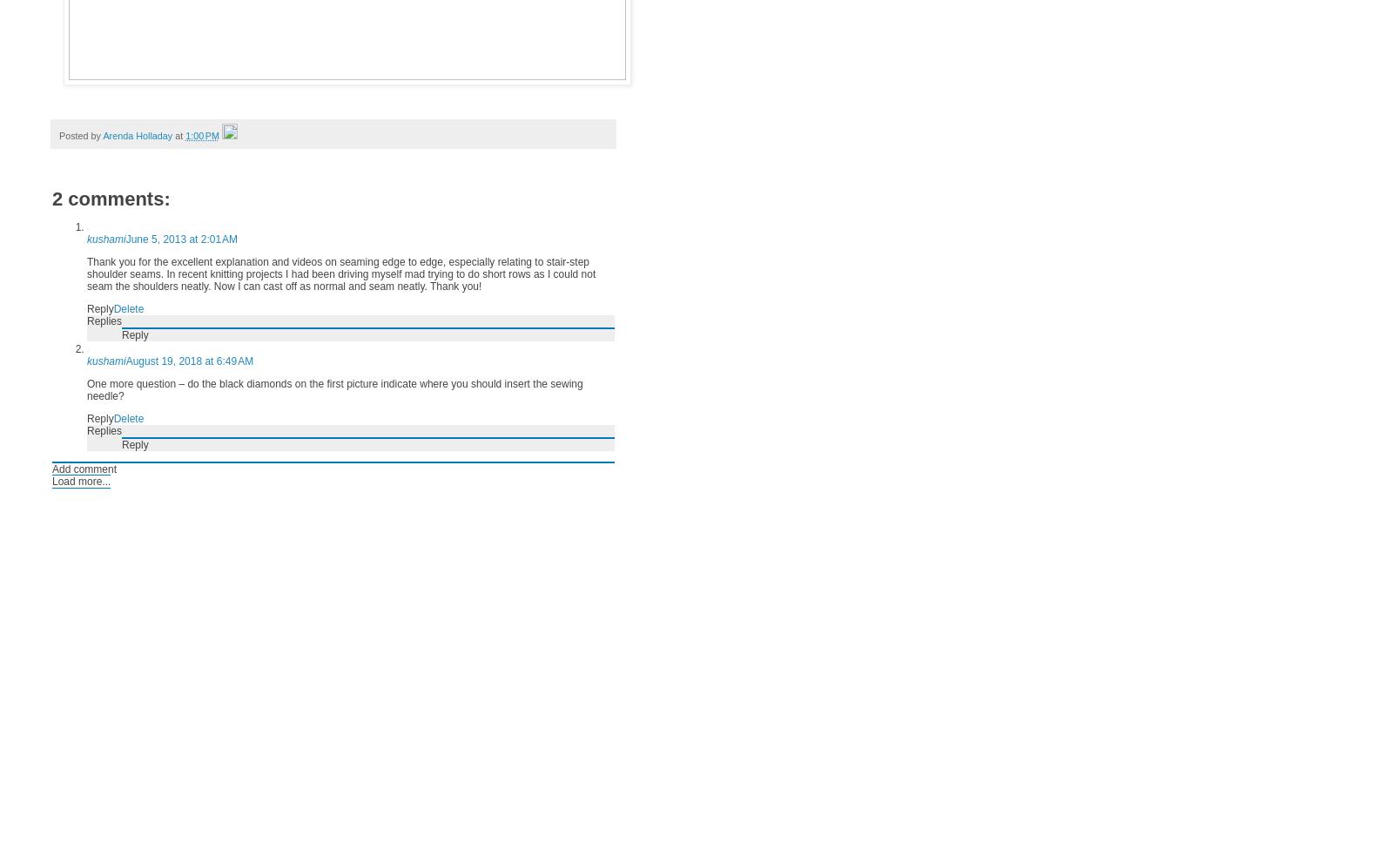 Image resolution: width=1400 pixels, height=850 pixels. What do you see at coordinates (189, 360) in the screenshot?
I see `'August 19, 2018 at 6:49 AM'` at bounding box center [189, 360].